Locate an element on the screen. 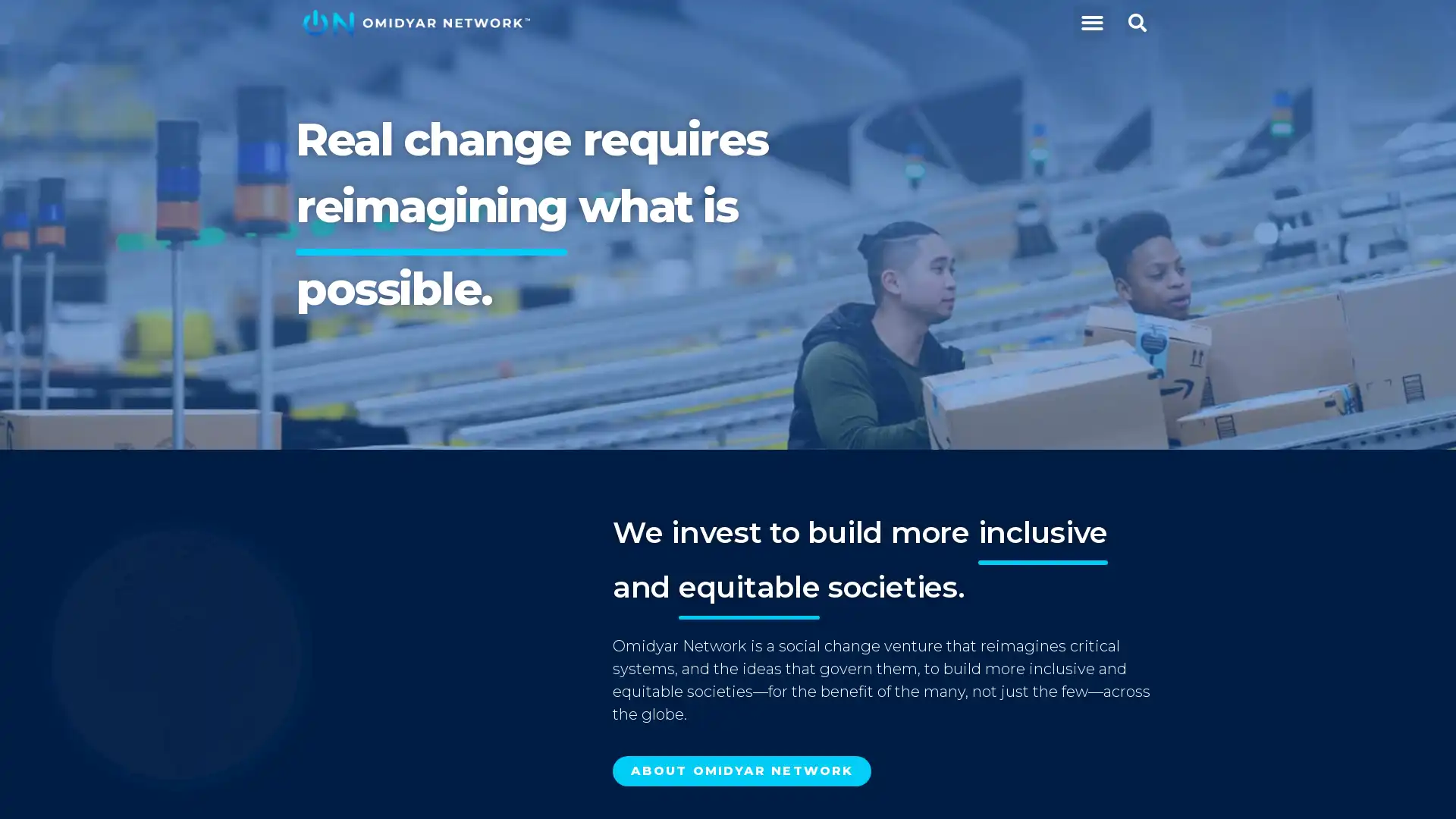 This screenshot has width=1456, height=819. ABOUT OMIDYAR NETWORK is located at coordinates (742, 771).